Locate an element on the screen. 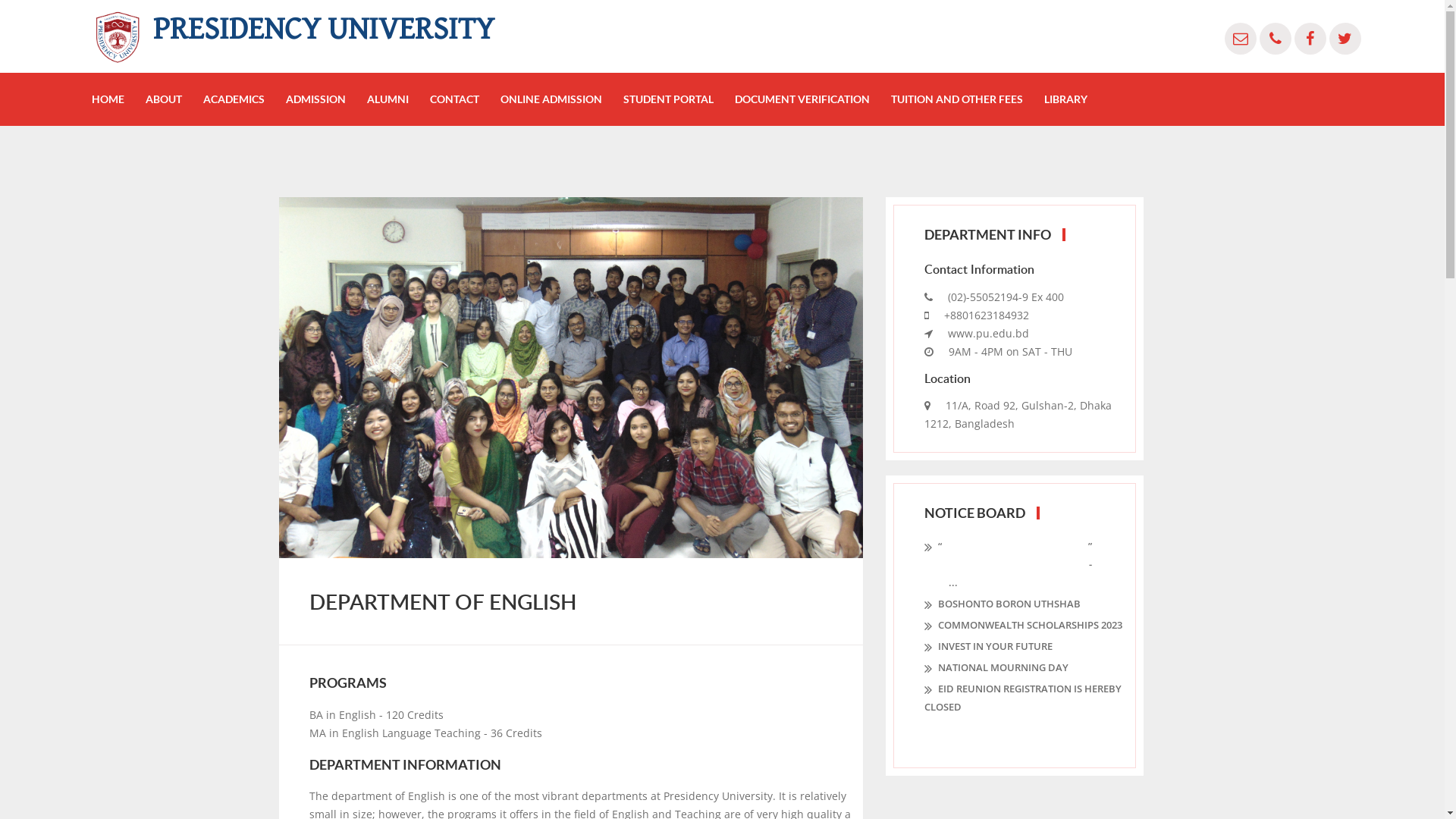 Image resolution: width=1456 pixels, height=819 pixels. 'LIBRARY' is located at coordinates (1043, 99).